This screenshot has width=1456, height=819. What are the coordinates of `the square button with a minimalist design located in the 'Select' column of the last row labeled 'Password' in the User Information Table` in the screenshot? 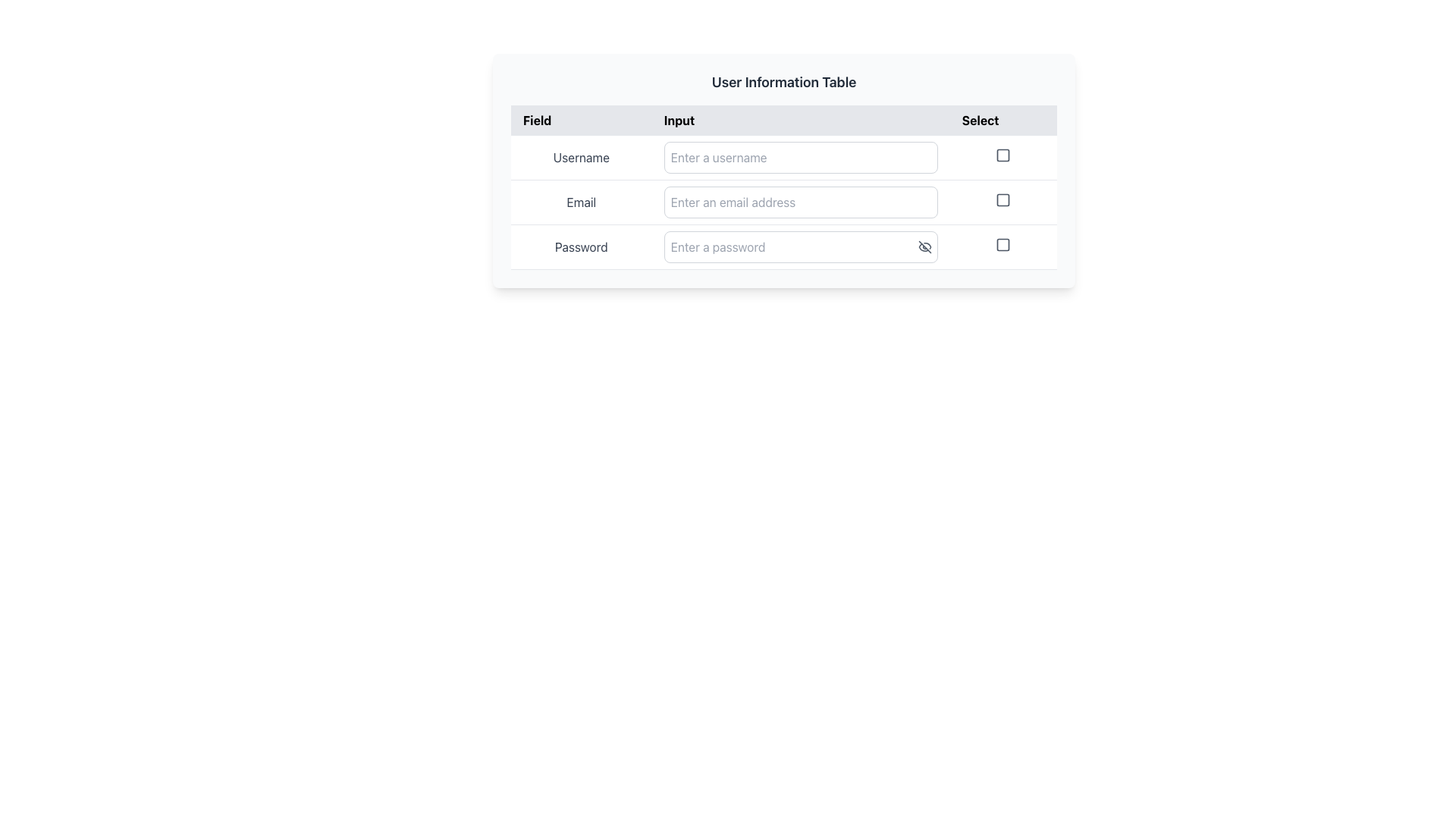 It's located at (1003, 244).